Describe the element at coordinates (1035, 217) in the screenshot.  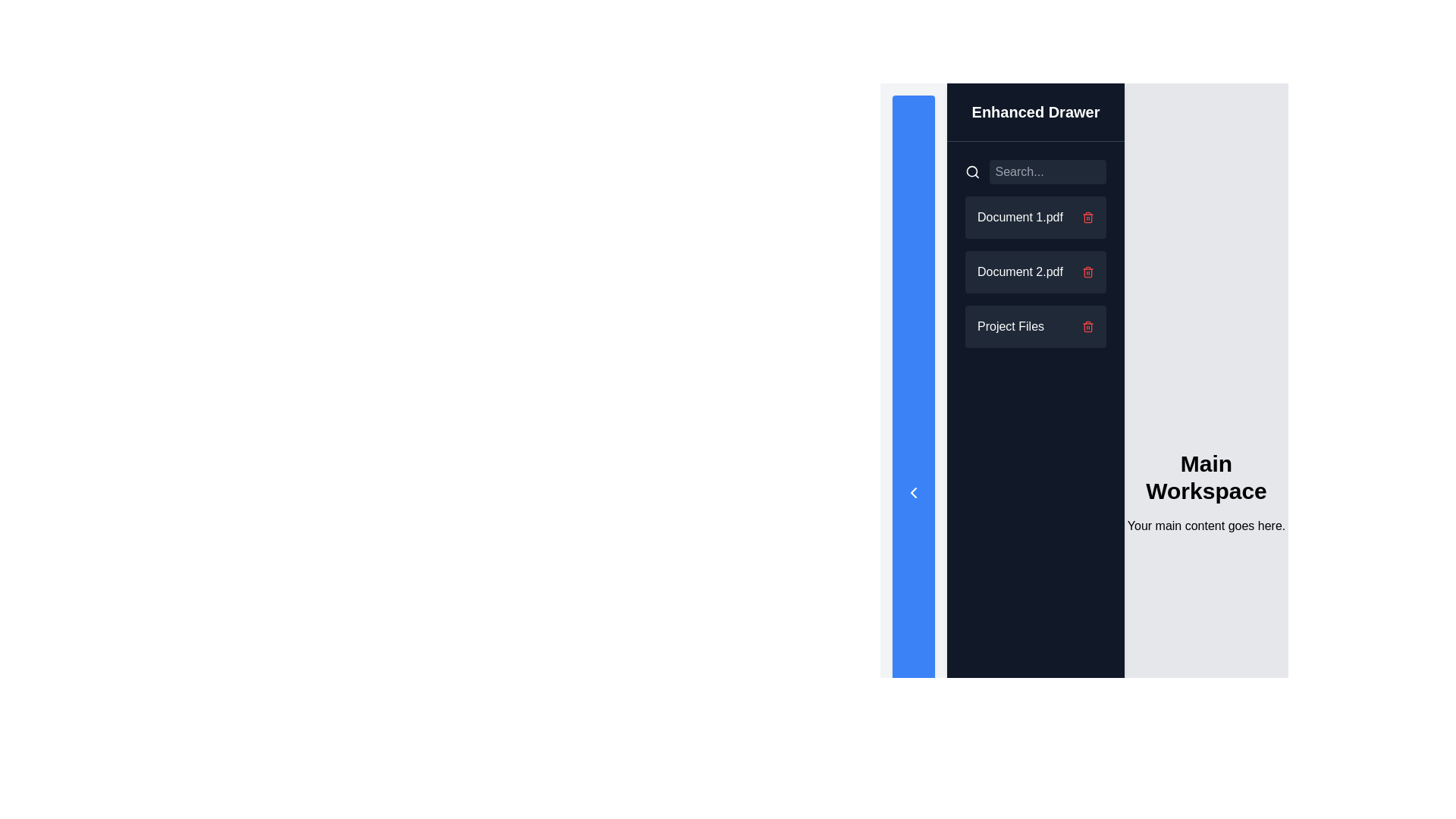
I see `the list item displaying the text 'Document 1.pdf'` at that location.